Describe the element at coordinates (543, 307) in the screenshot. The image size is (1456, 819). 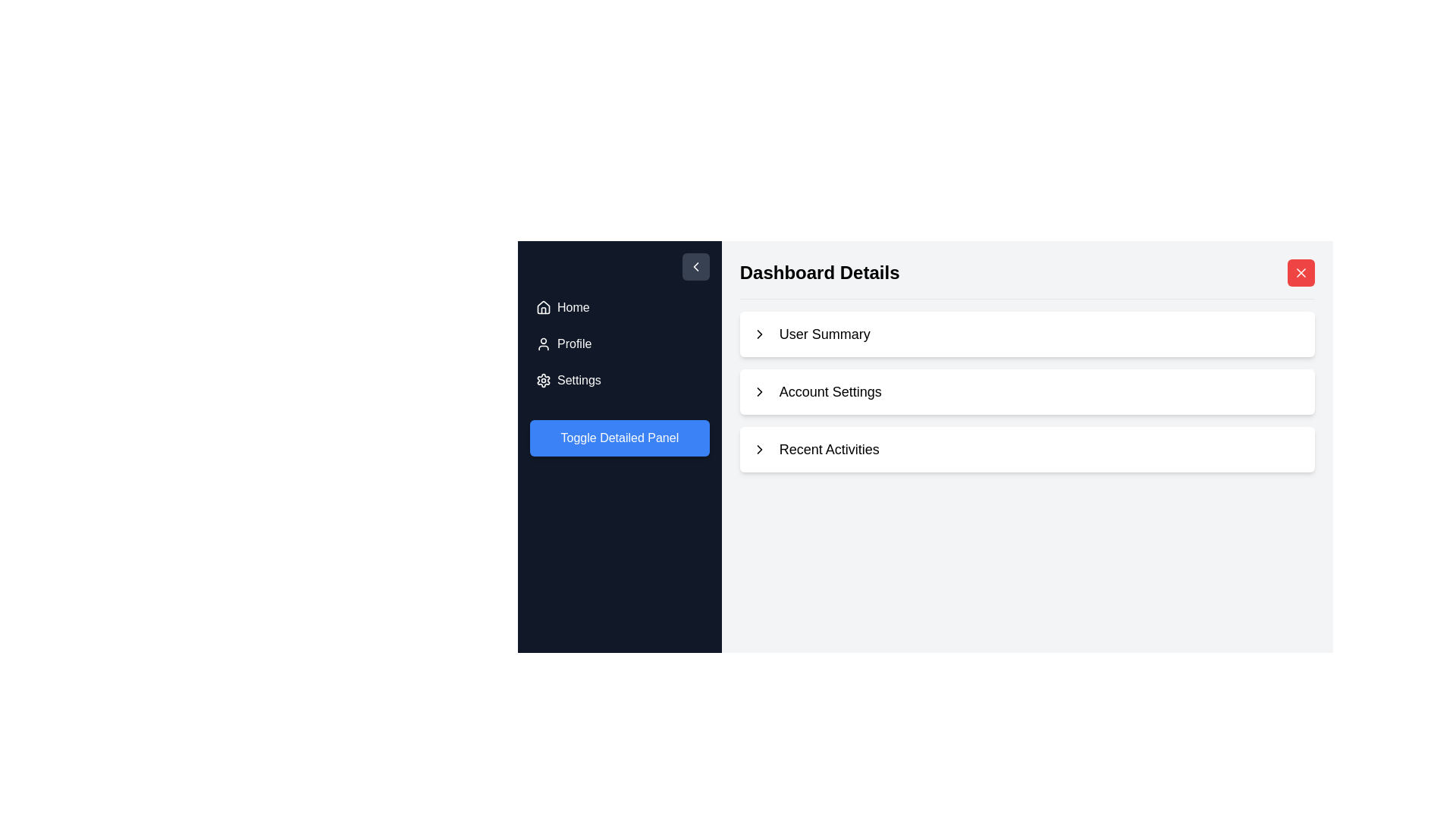
I see `the house icon, which is the first icon in the vertical navigation menu on the left-hand side` at that location.